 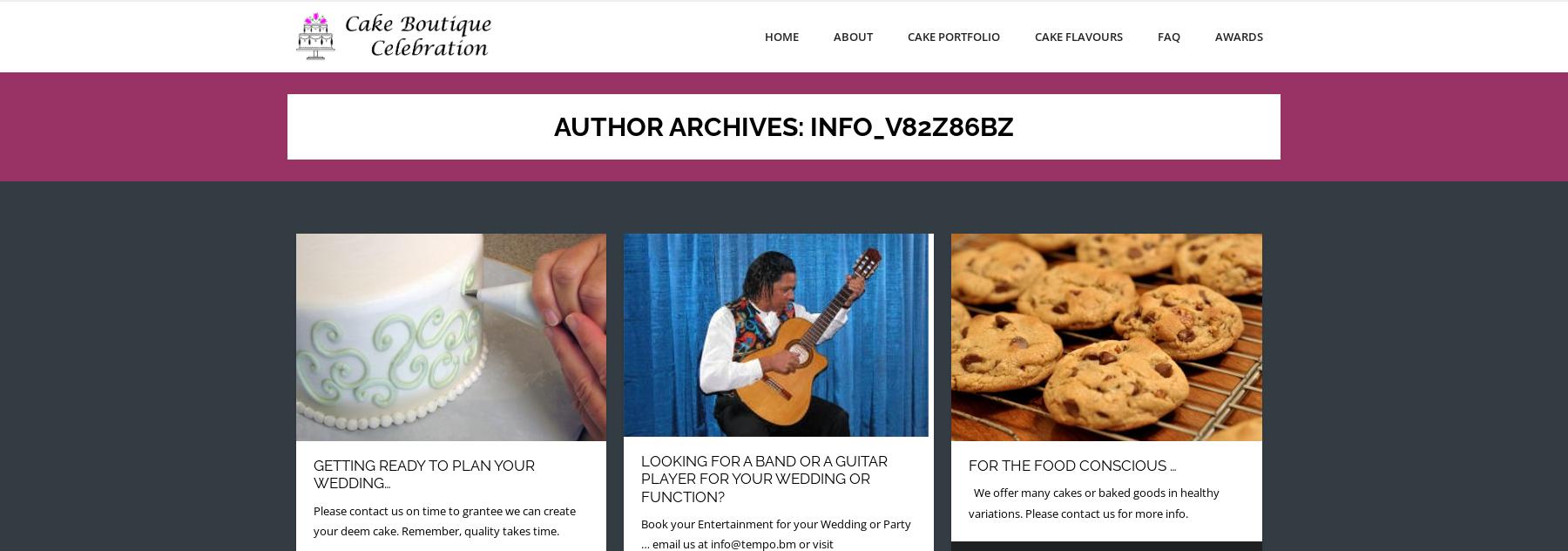 What do you see at coordinates (1238, 36) in the screenshot?
I see `'Awards'` at bounding box center [1238, 36].